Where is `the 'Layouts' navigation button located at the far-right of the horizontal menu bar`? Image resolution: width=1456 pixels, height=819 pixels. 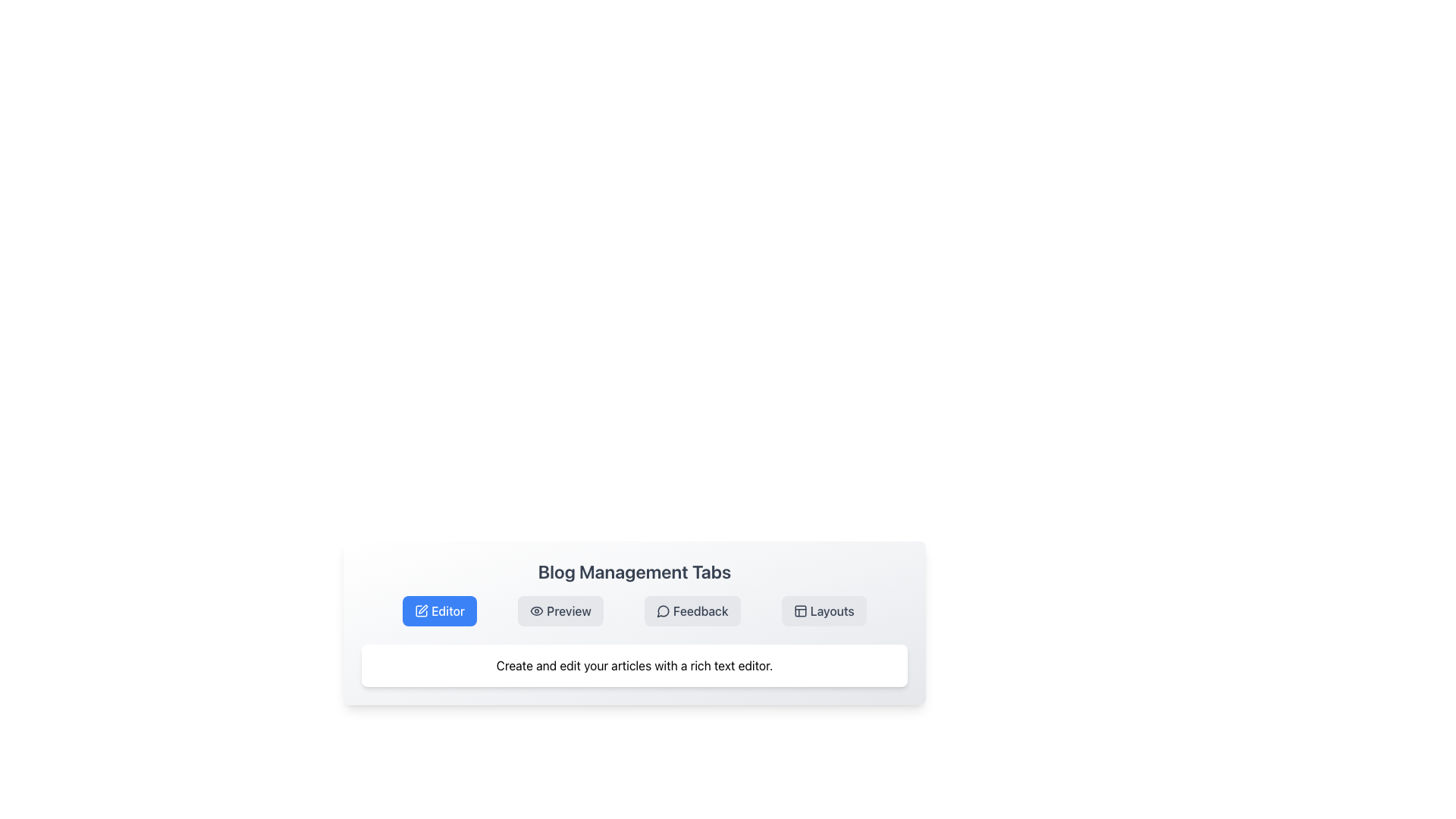
the 'Layouts' navigation button located at the far-right of the horizontal menu bar is located at coordinates (823, 610).